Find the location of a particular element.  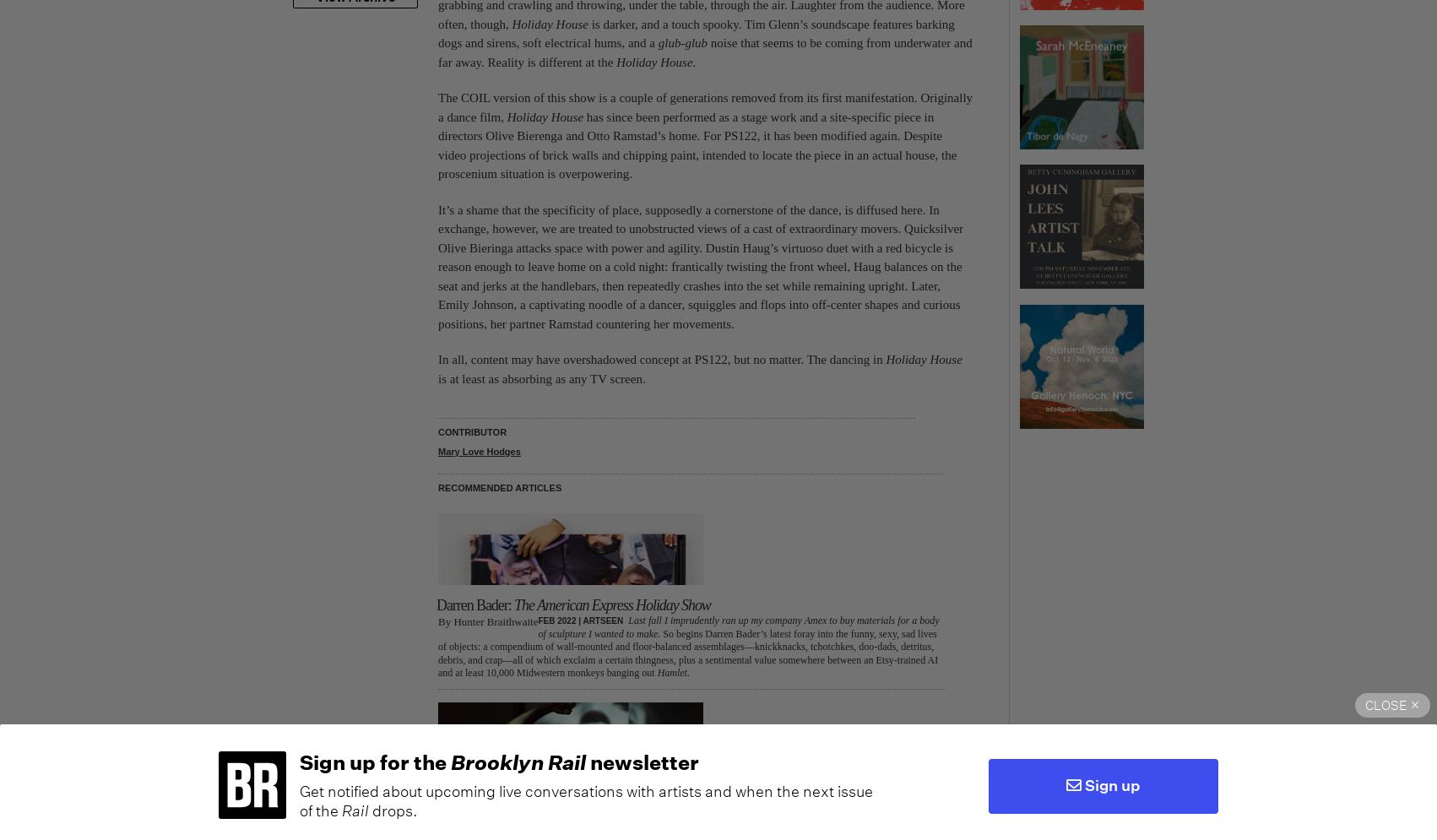

'newsletter' is located at coordinates (641, 760).